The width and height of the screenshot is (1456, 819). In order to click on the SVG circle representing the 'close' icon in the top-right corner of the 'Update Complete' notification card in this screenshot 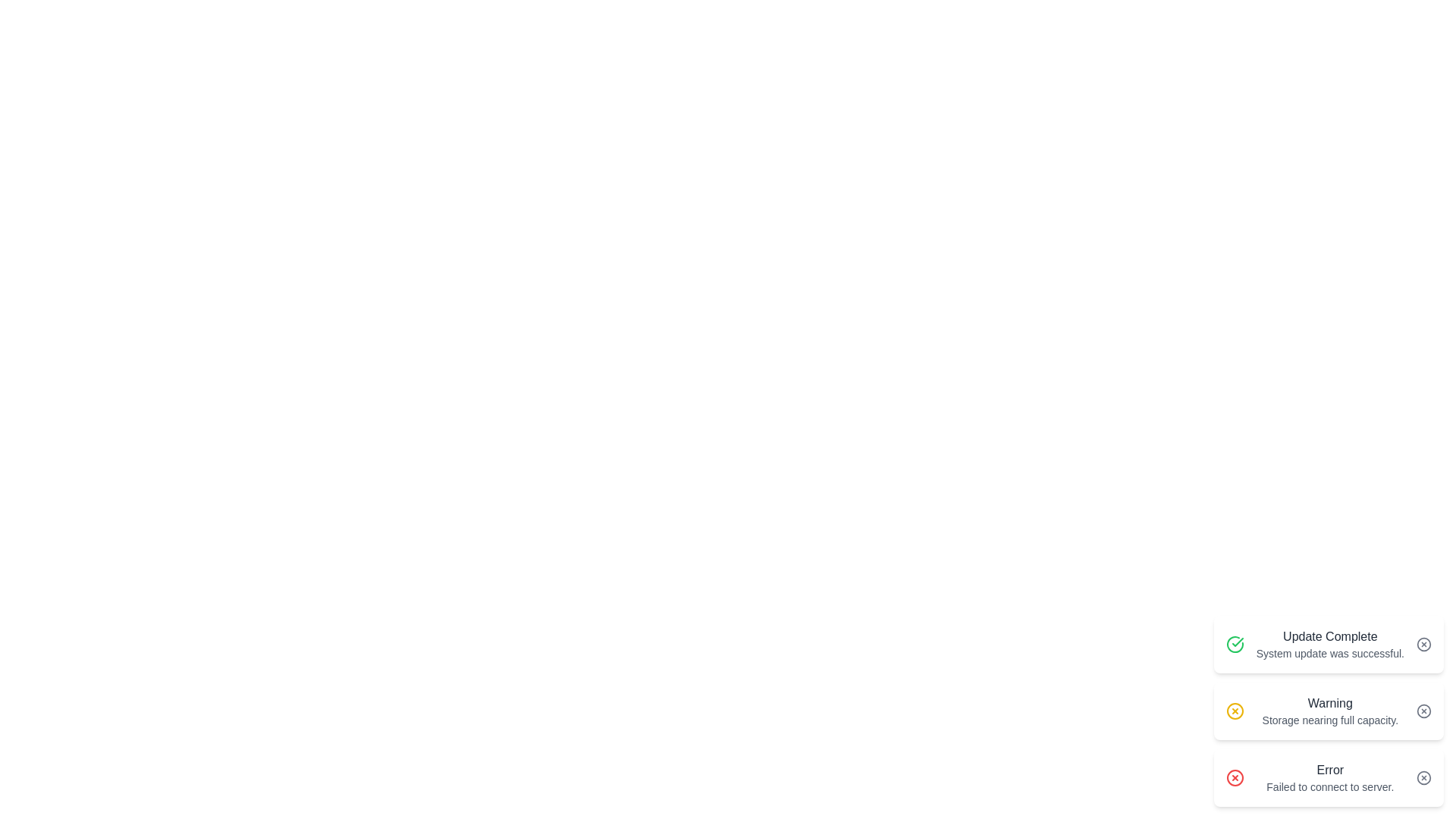, I will do `click(1423, 644)`.